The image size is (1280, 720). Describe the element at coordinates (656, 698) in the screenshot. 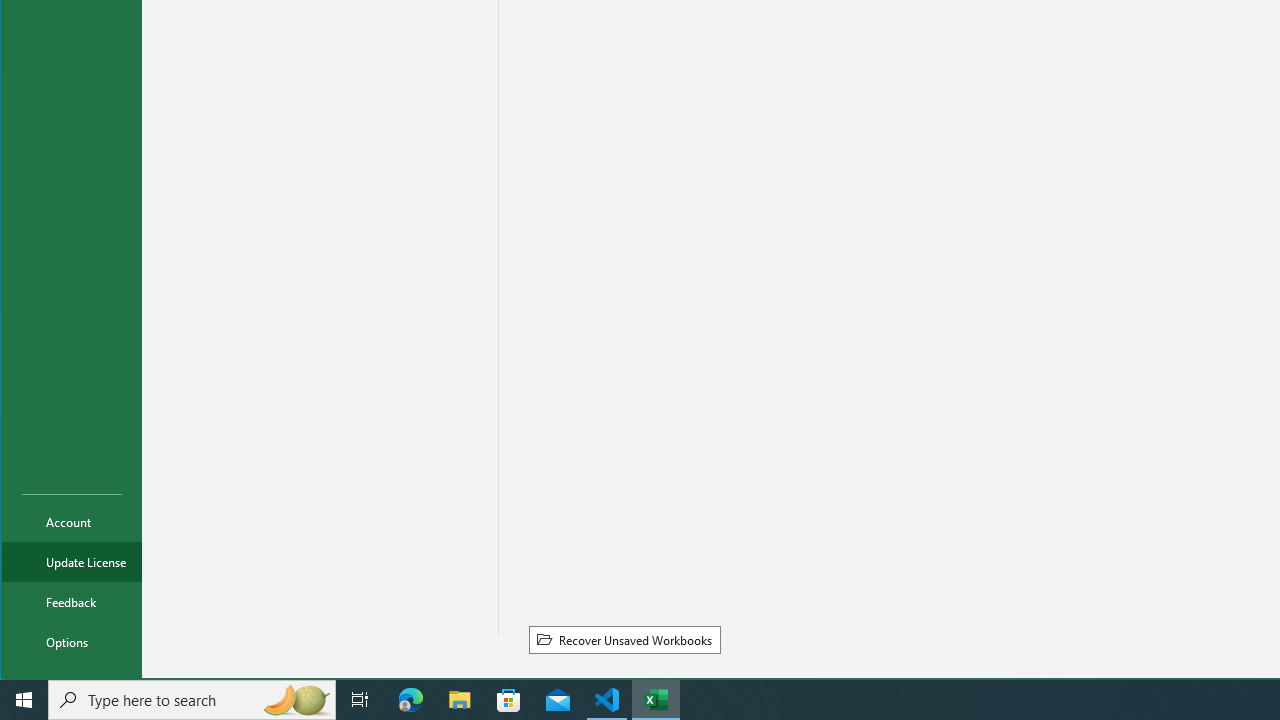

I see `'Excel - 1 running window'` at that location.